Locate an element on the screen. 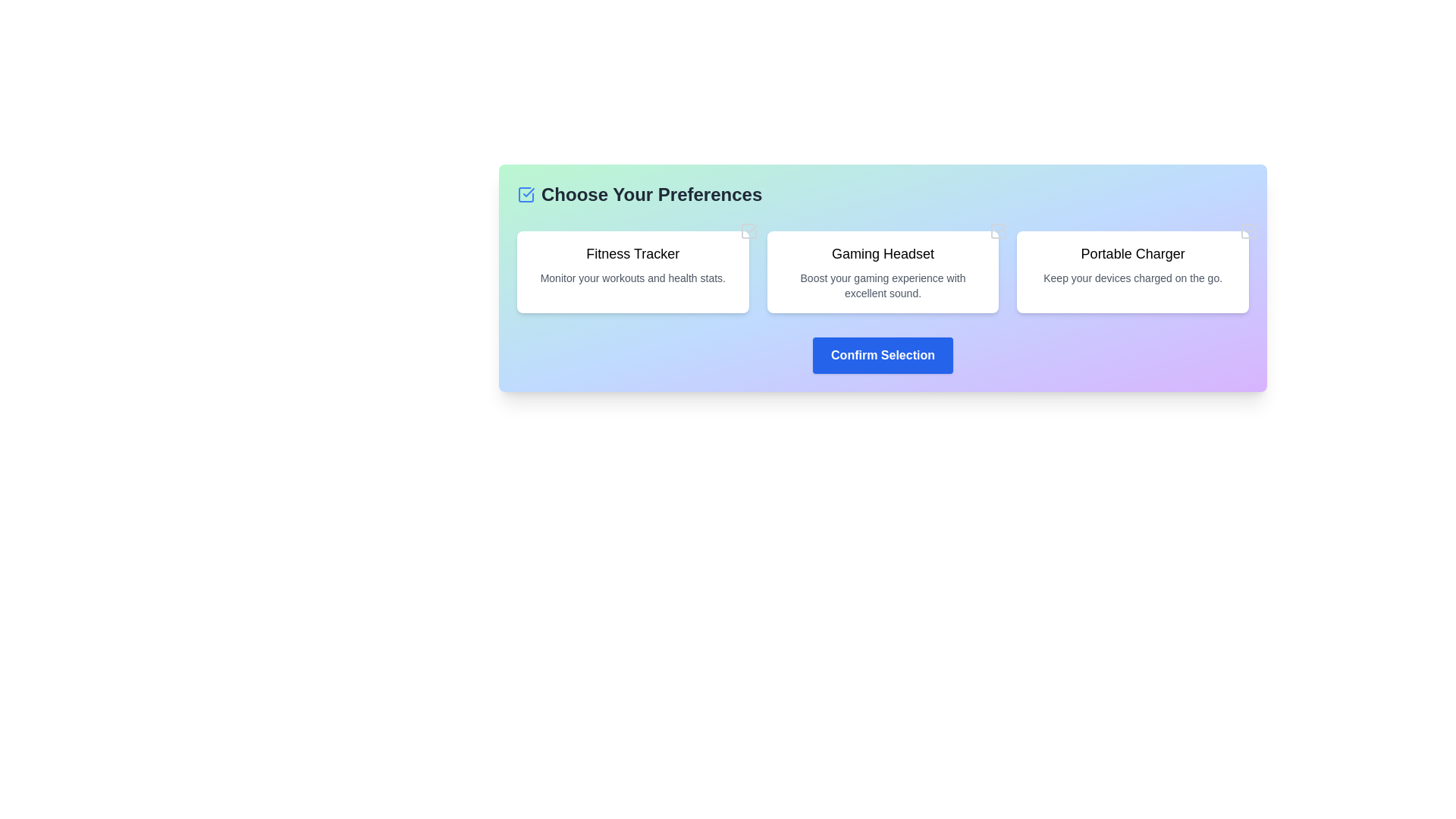 The image size is (1456, 819). the text element displaying 'Monitor your workouts and health stats.' which is located directly below the 'Fitness Tracker' headline is located at coordinates (632, 278).